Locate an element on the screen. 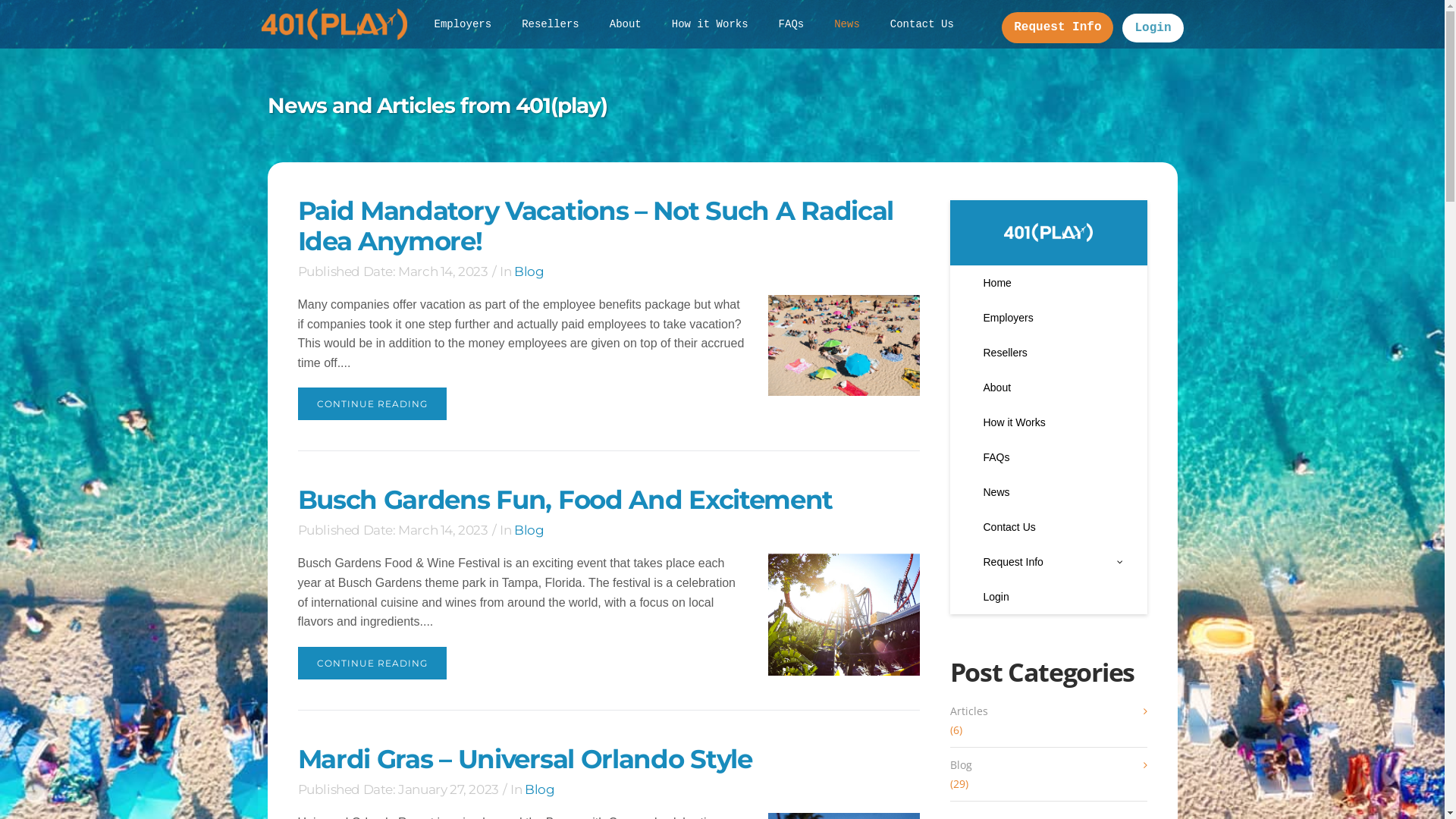 The width and height of the screenshot is (1456, 819). 'Blog' is located at coordinates (529, 271).